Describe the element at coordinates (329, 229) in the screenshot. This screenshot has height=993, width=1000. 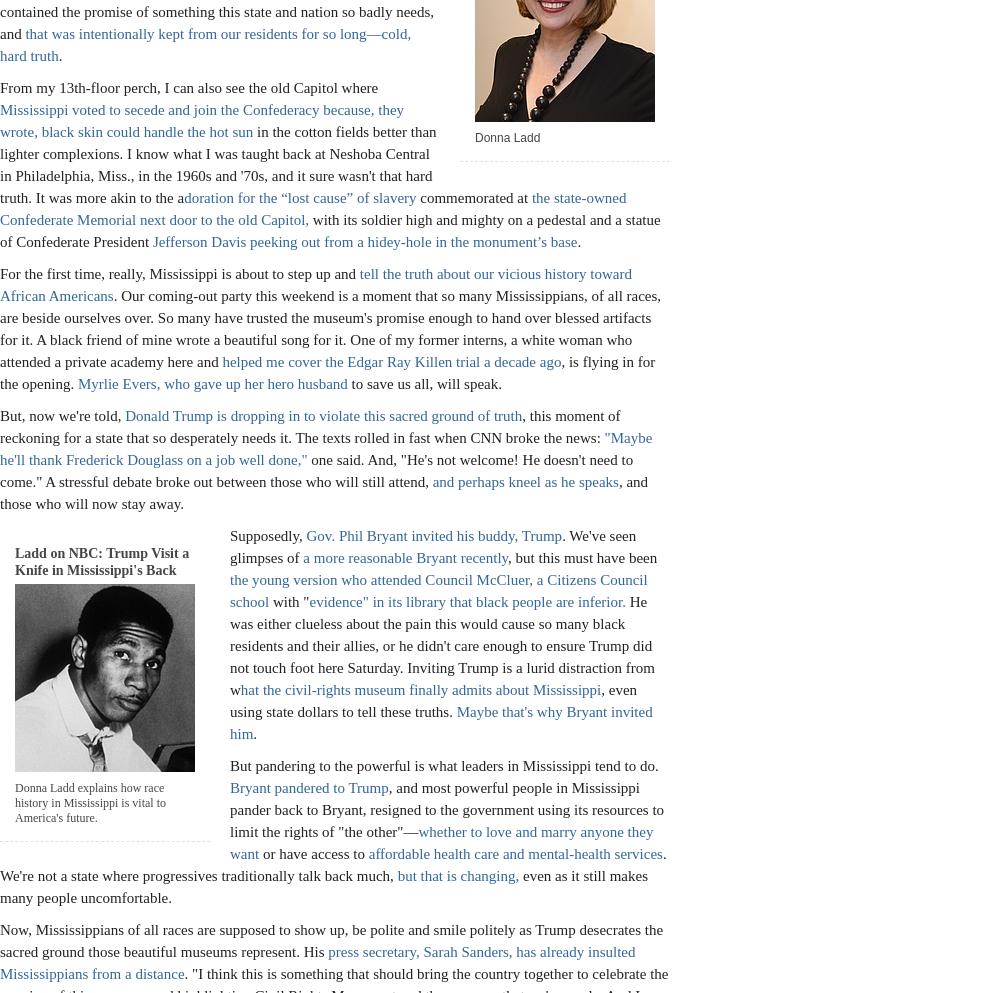
I see `'with its soldier high and mighty on a pedestal and a statue of Confederate President'` at that location.